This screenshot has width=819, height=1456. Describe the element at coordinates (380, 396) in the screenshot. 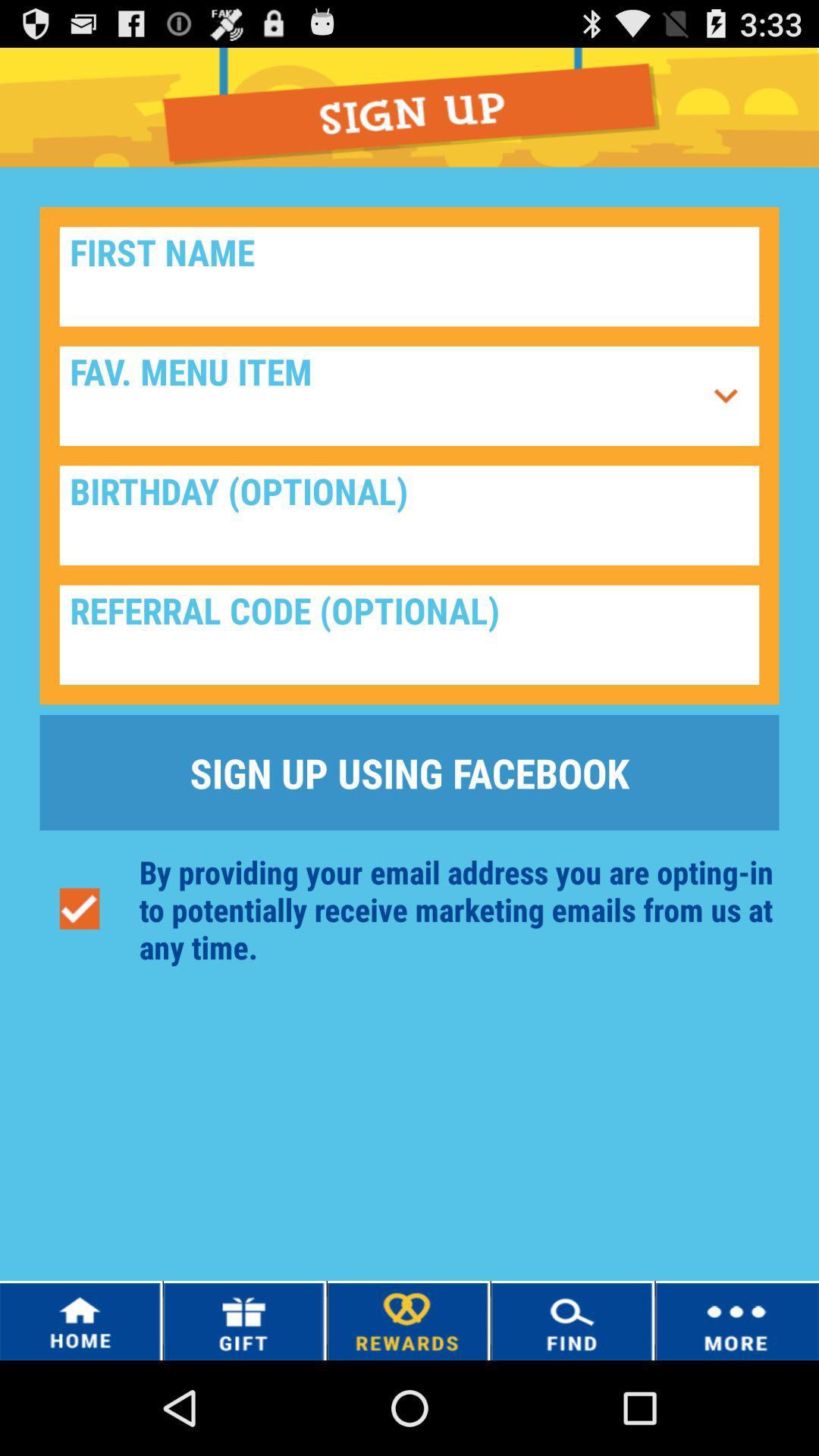

I see `it is a menu icon used to select a favorite dish or anything` at that location.